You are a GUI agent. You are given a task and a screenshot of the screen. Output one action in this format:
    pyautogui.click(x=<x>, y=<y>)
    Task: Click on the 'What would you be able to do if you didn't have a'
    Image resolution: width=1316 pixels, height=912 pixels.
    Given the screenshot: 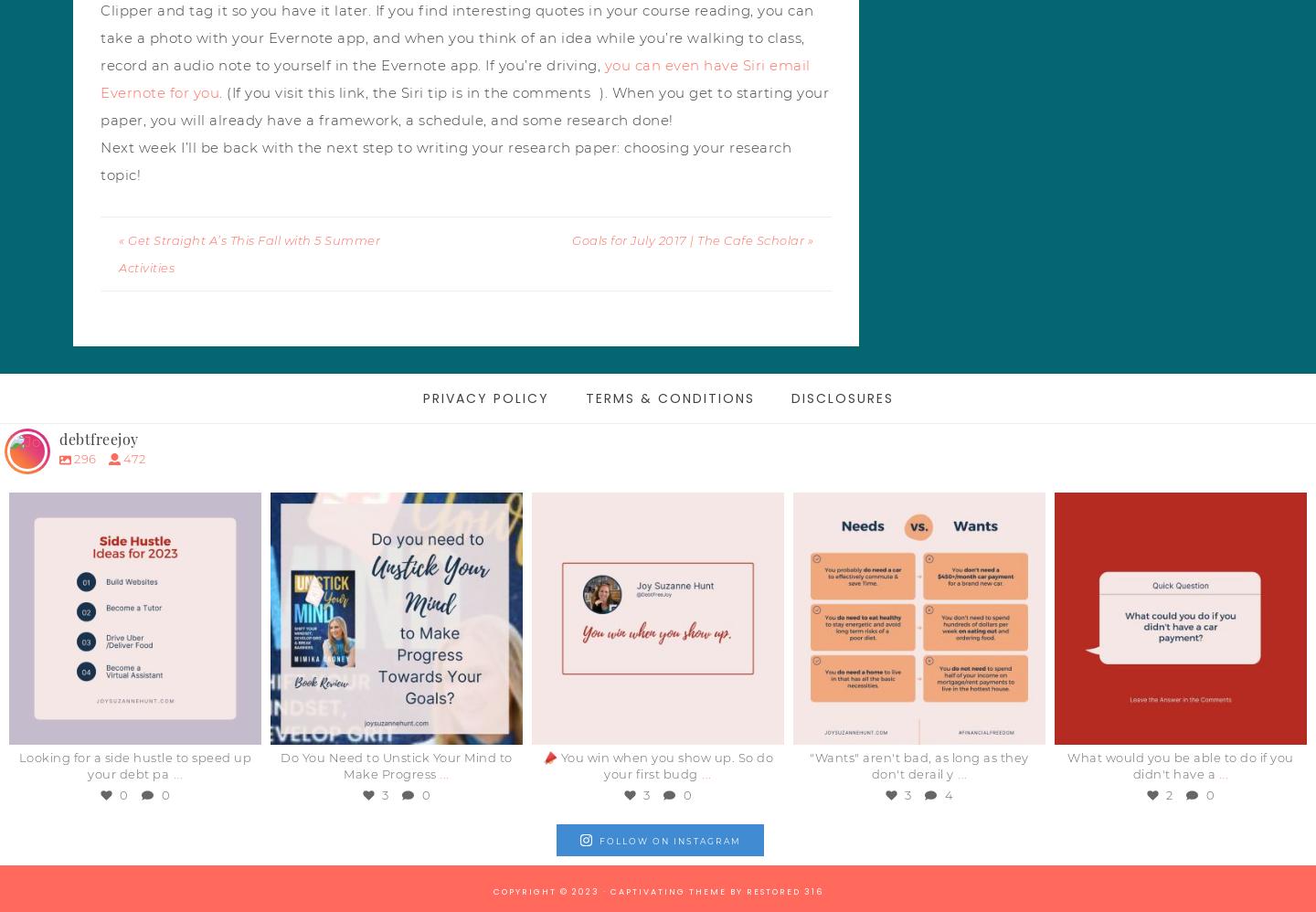 What is the action you would take?
    pyautogui.click(x=1180, y=766)
    